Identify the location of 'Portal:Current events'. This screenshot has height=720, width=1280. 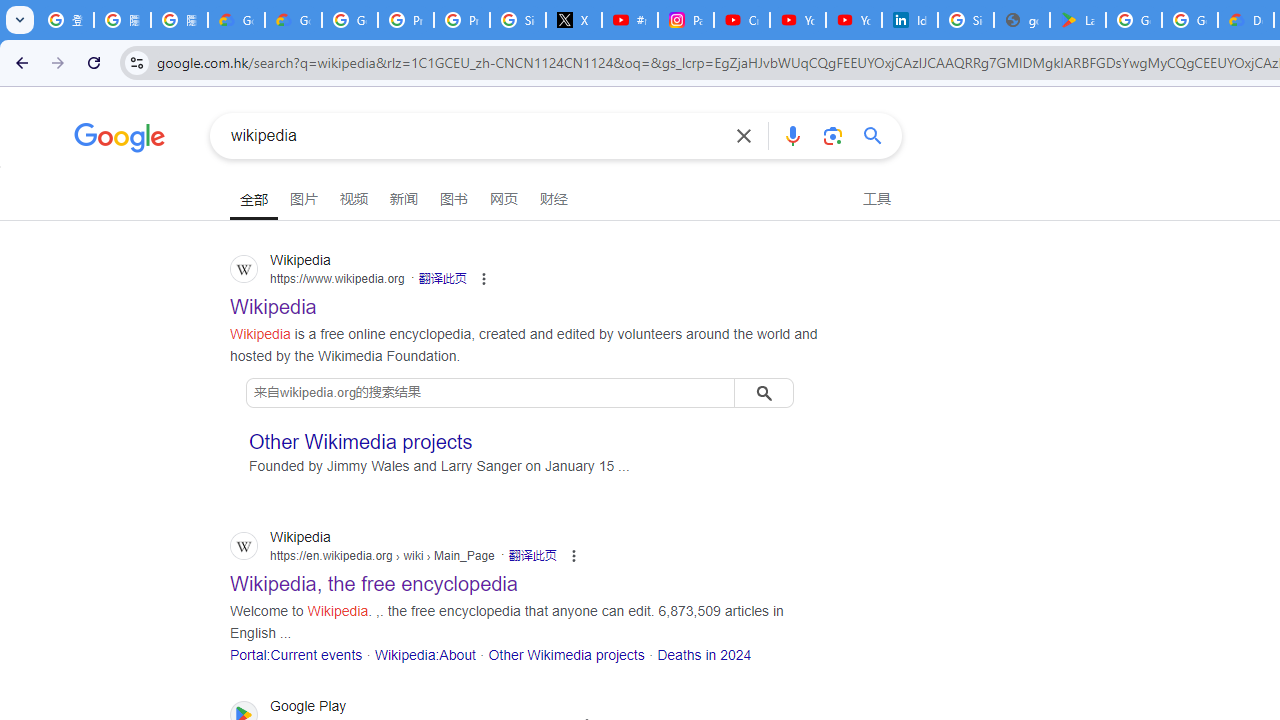
(295, 654).